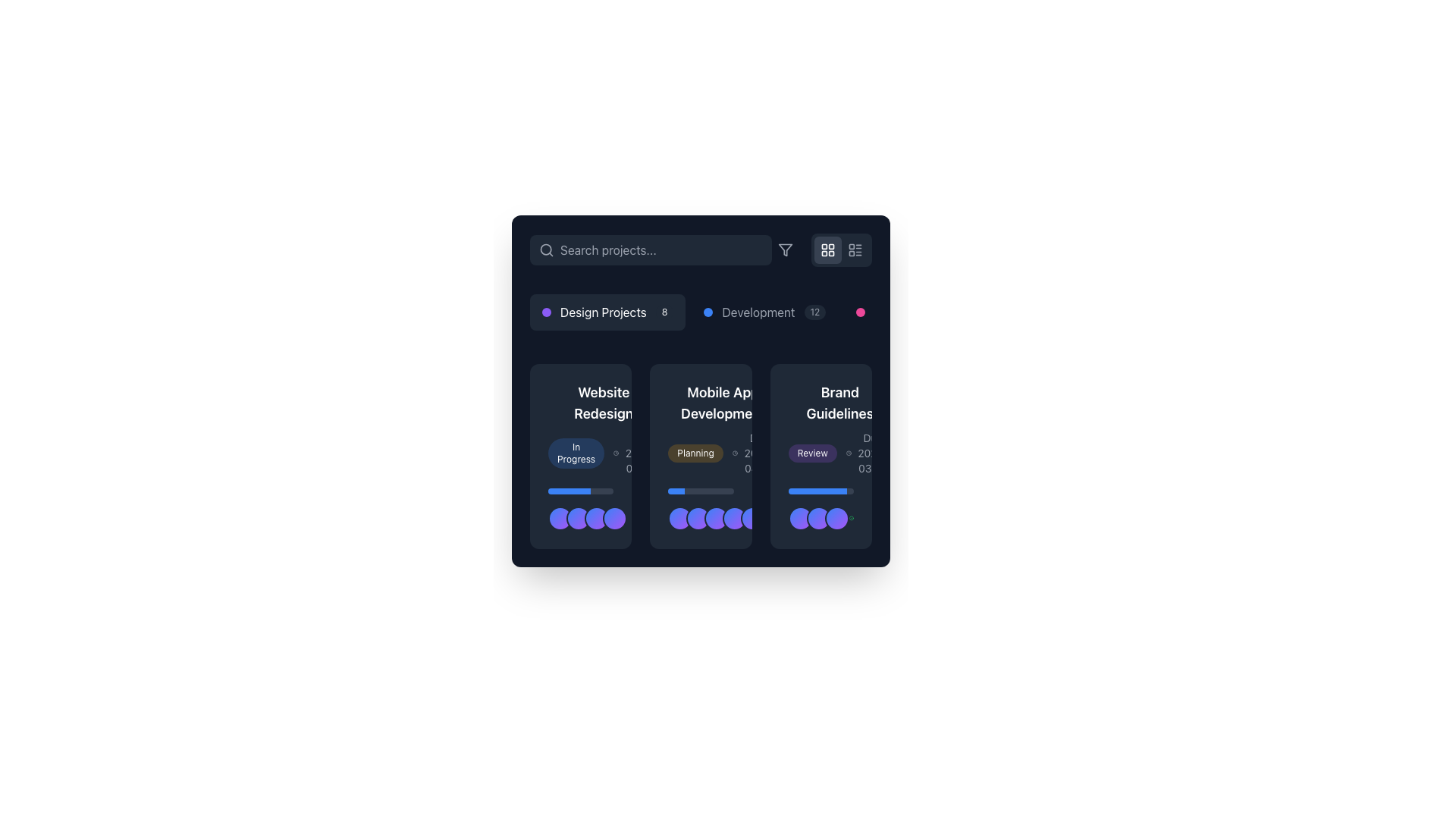  What do you see at coordinates (664, 312) in the screenshot?
I see `the displayed number on the Badge which serves as a visual indicator for 'Design Projects', located to the right of the text 'Design Projects'` at bounding box center [664, 312].